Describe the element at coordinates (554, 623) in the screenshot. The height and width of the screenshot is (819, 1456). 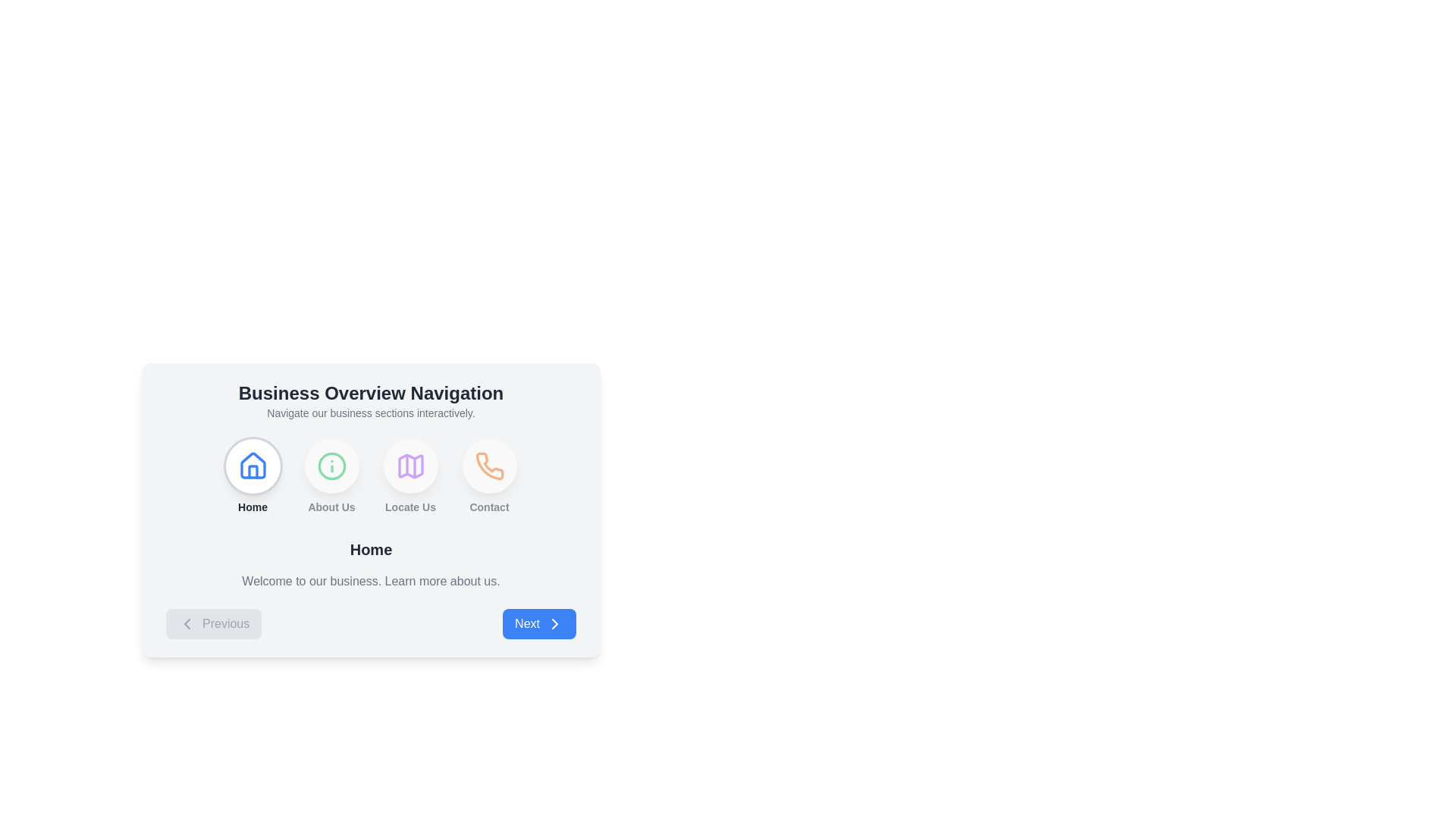
I see `the small right-pointing arrow icon with a white fill and blue stroke located at the end of the 'Next' button in the bottom-right corner of the card layout` at that location.